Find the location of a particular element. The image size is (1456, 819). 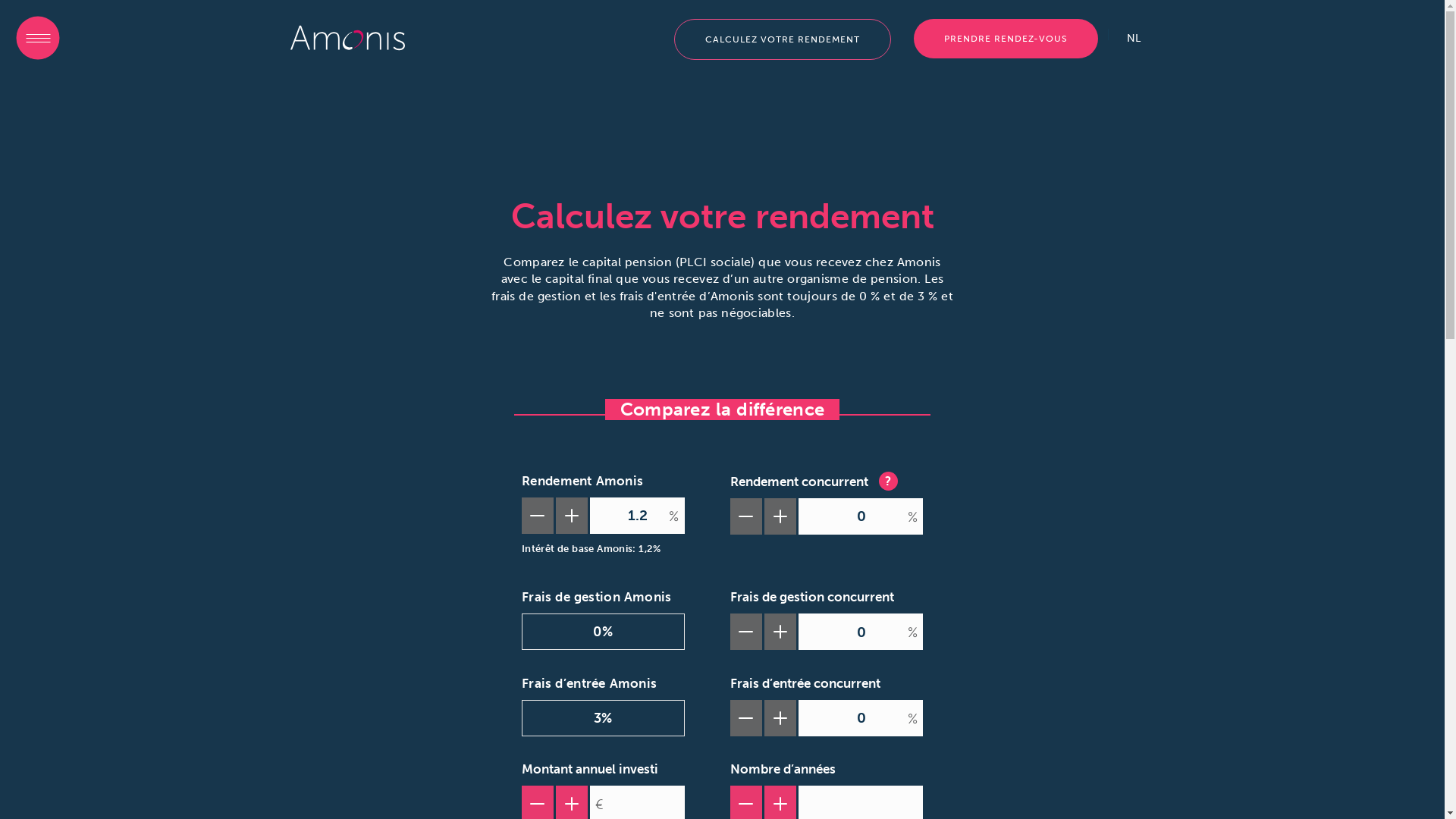

'PRENDRE RENDEZ-VOUS' is located at coordinates (1005, 37).